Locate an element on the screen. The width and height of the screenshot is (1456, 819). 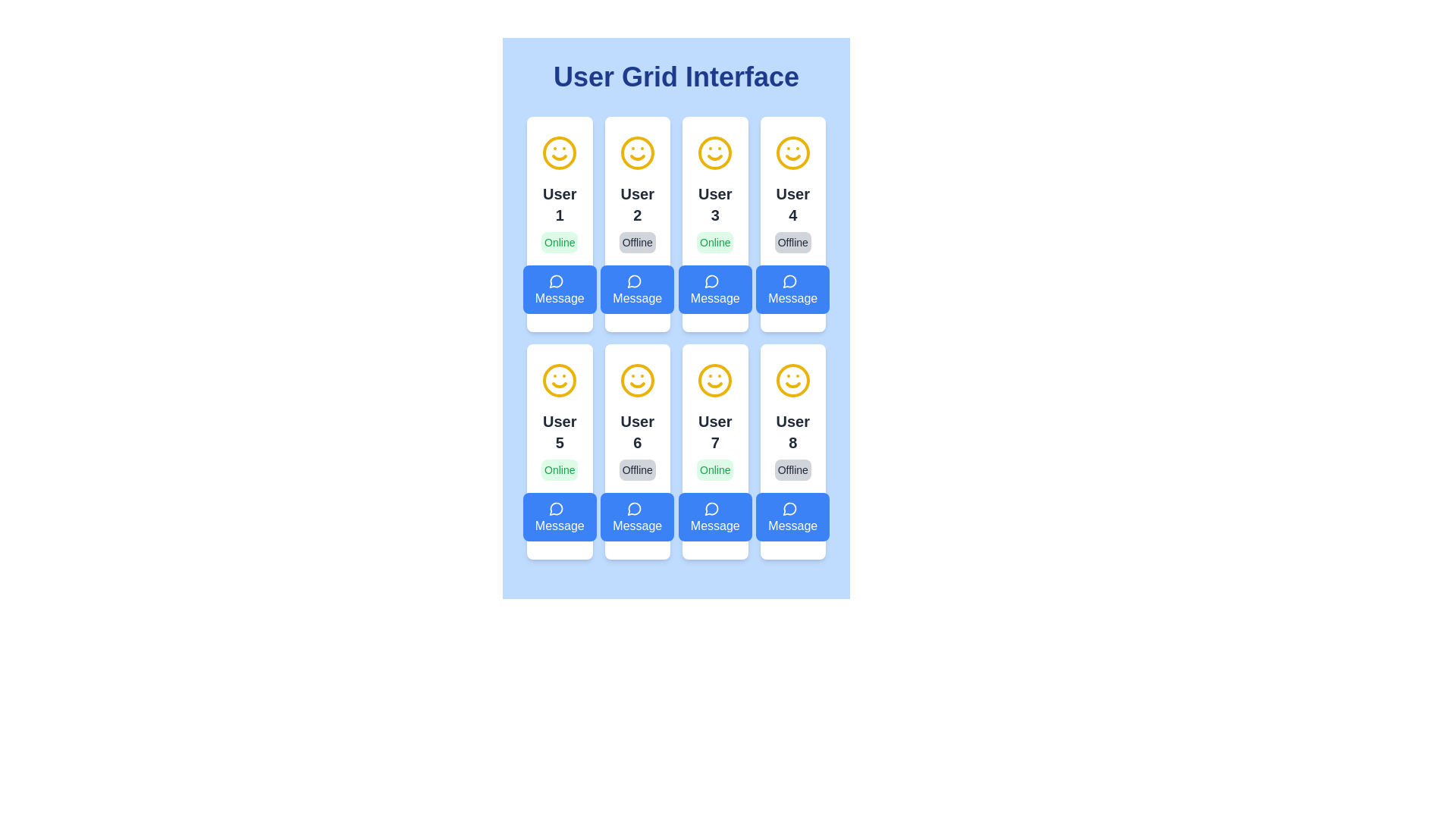
the circular chat bubble icon filled with a blue background that represents the messaging feature for 'User 7' is located at coordinates (711, 509).